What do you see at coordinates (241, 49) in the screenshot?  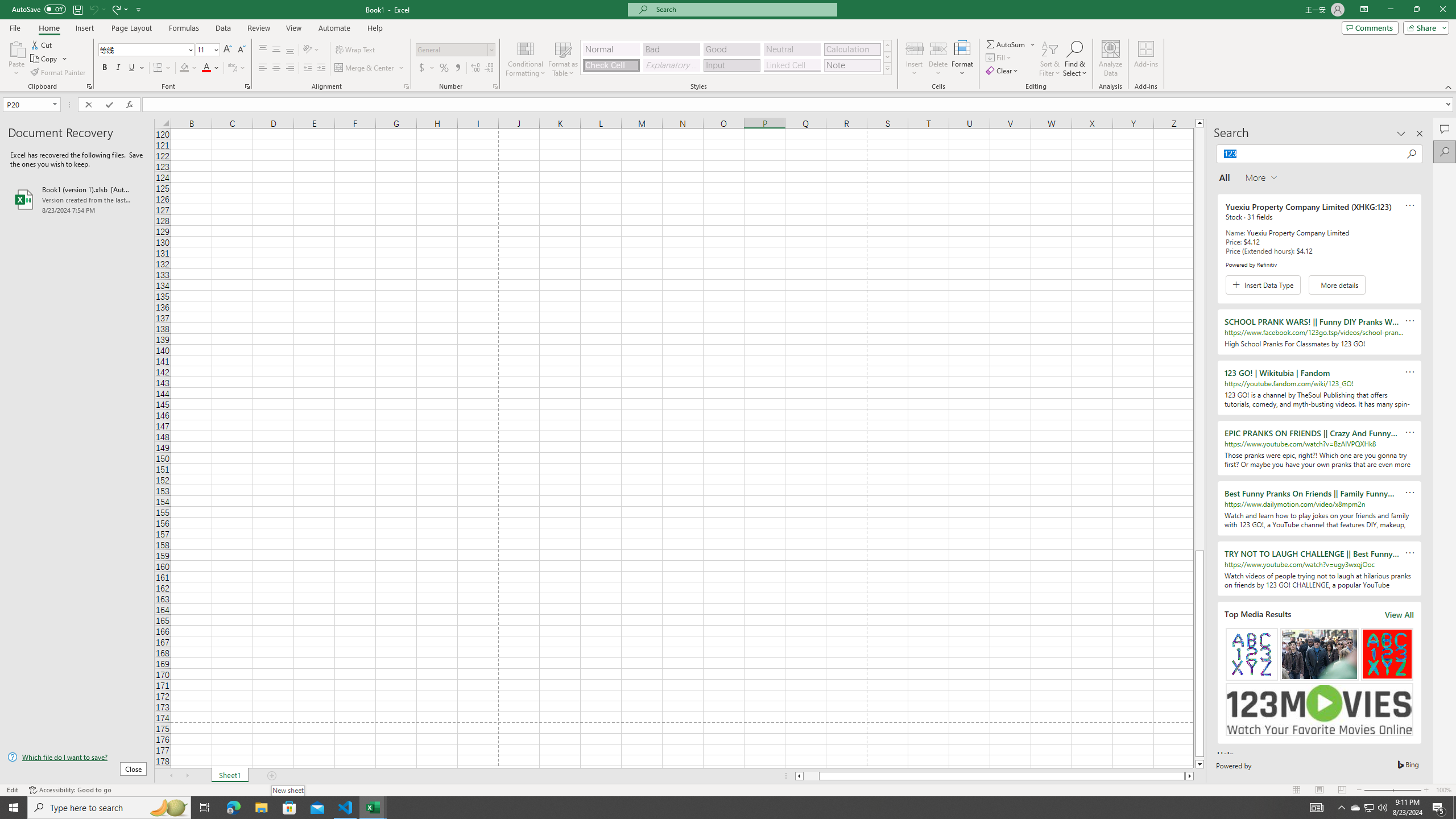 I see `'Decrease Font Size'` at bounding box center [241, 49].